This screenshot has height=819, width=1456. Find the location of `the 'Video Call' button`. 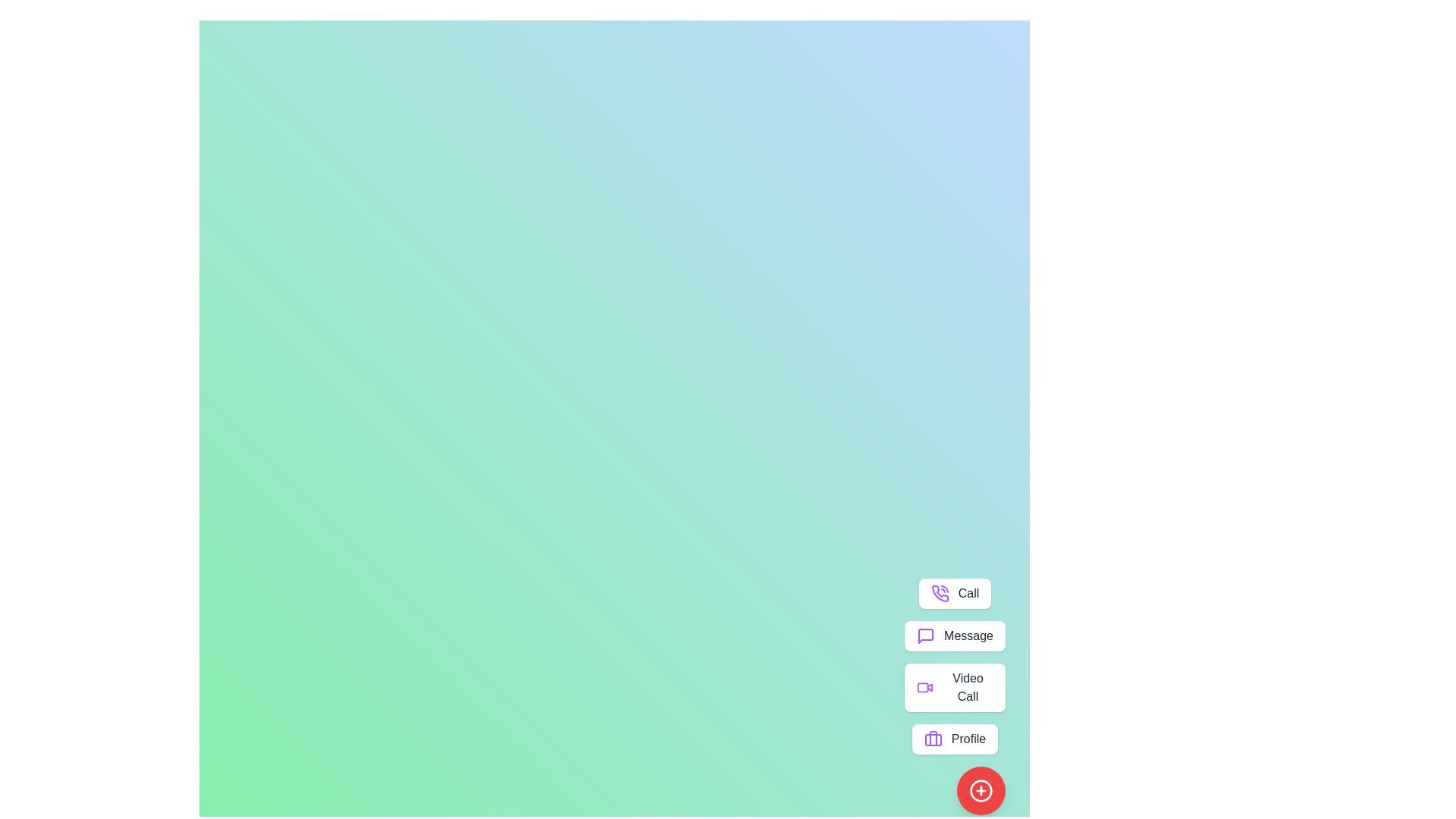

the 'Video Call' button is located at coordinates (954, 687).